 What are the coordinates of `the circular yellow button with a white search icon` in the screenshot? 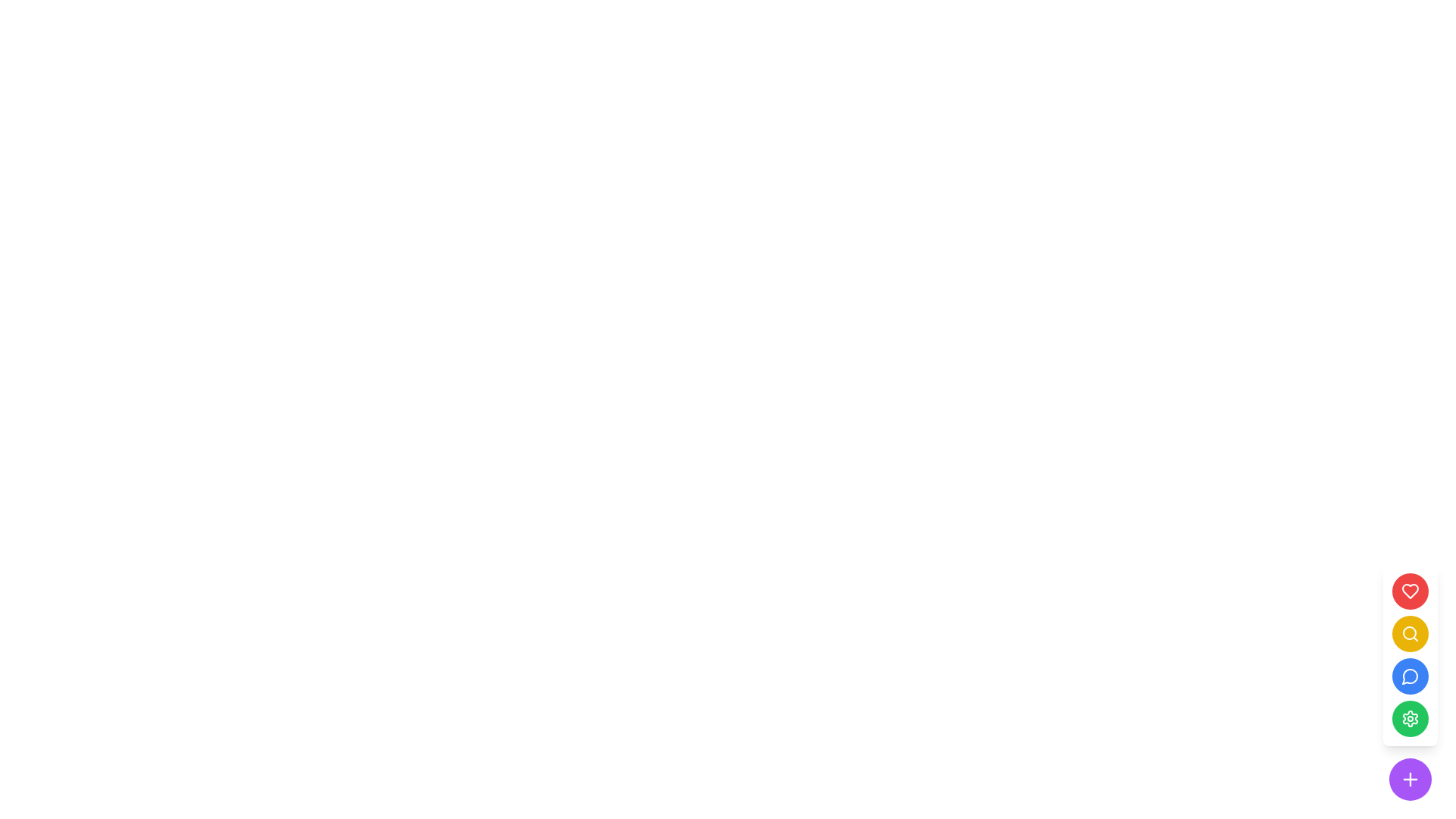 It's located at (1410, 634).